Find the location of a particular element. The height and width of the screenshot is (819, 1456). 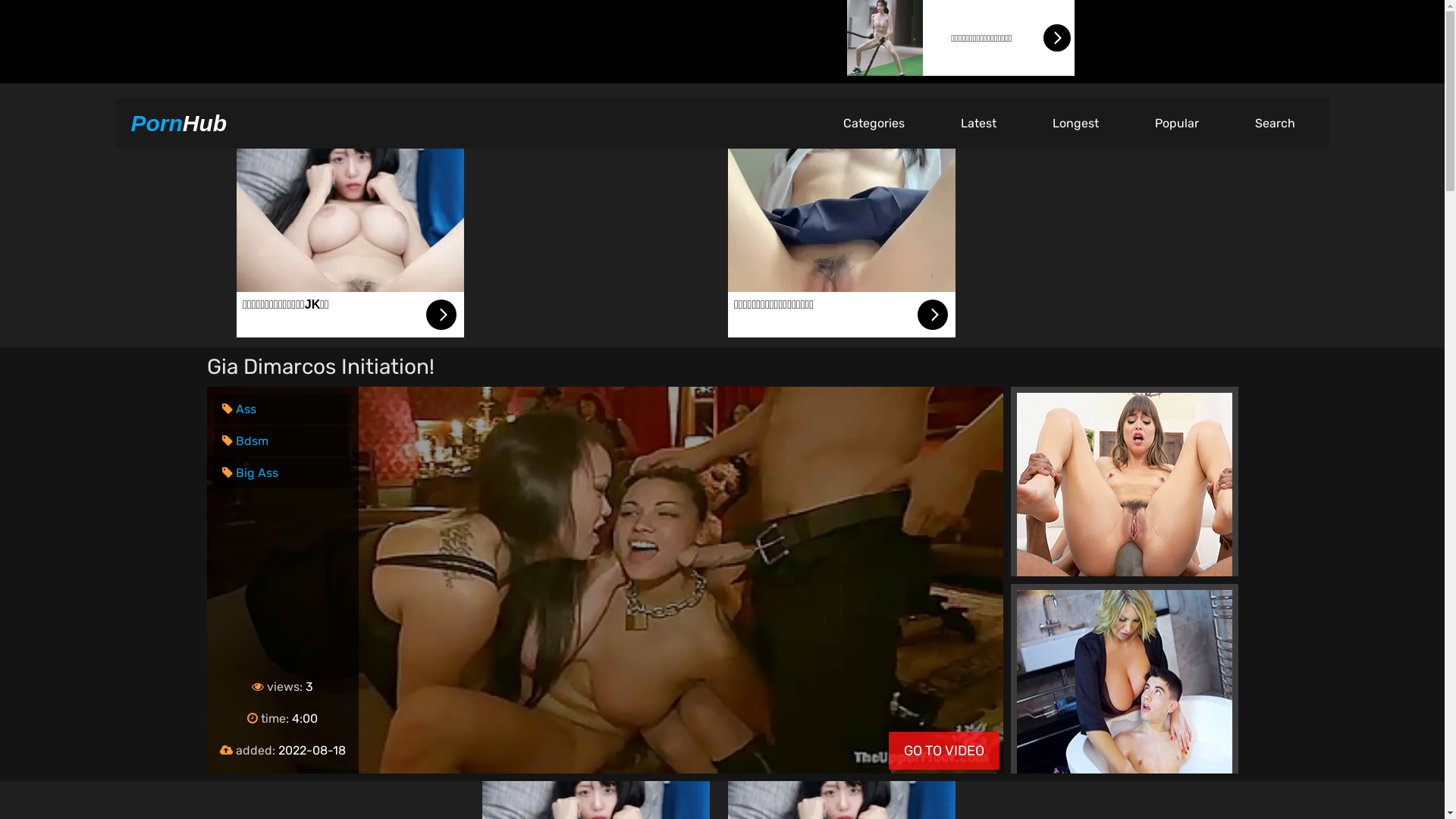

'Longest' is located at coordinates (1074, 122).